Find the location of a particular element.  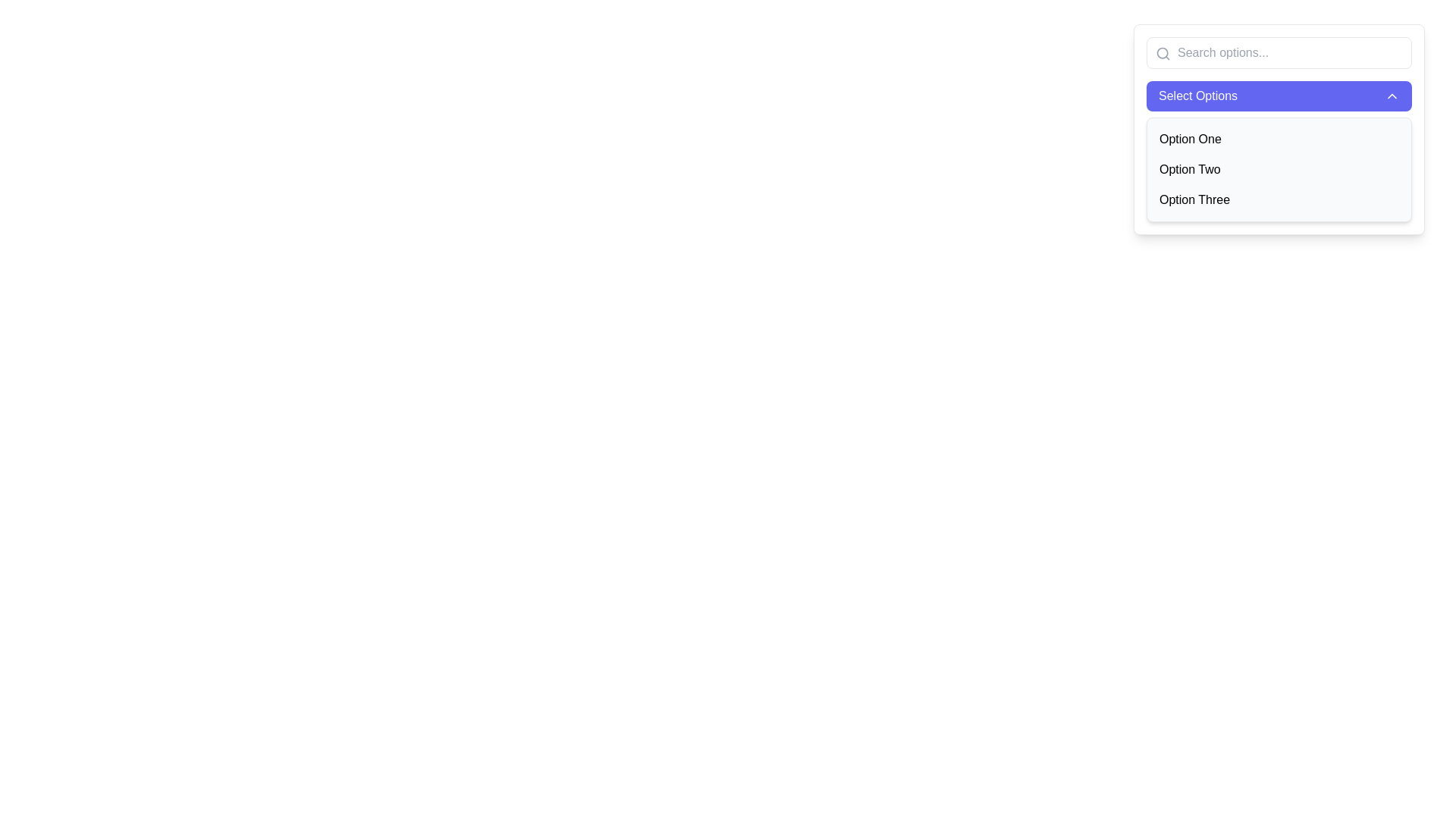

the upward-pointing chevron icon located in the top-right corner of the 'Select Options' dropdown is located at coordinates (1392, 96).